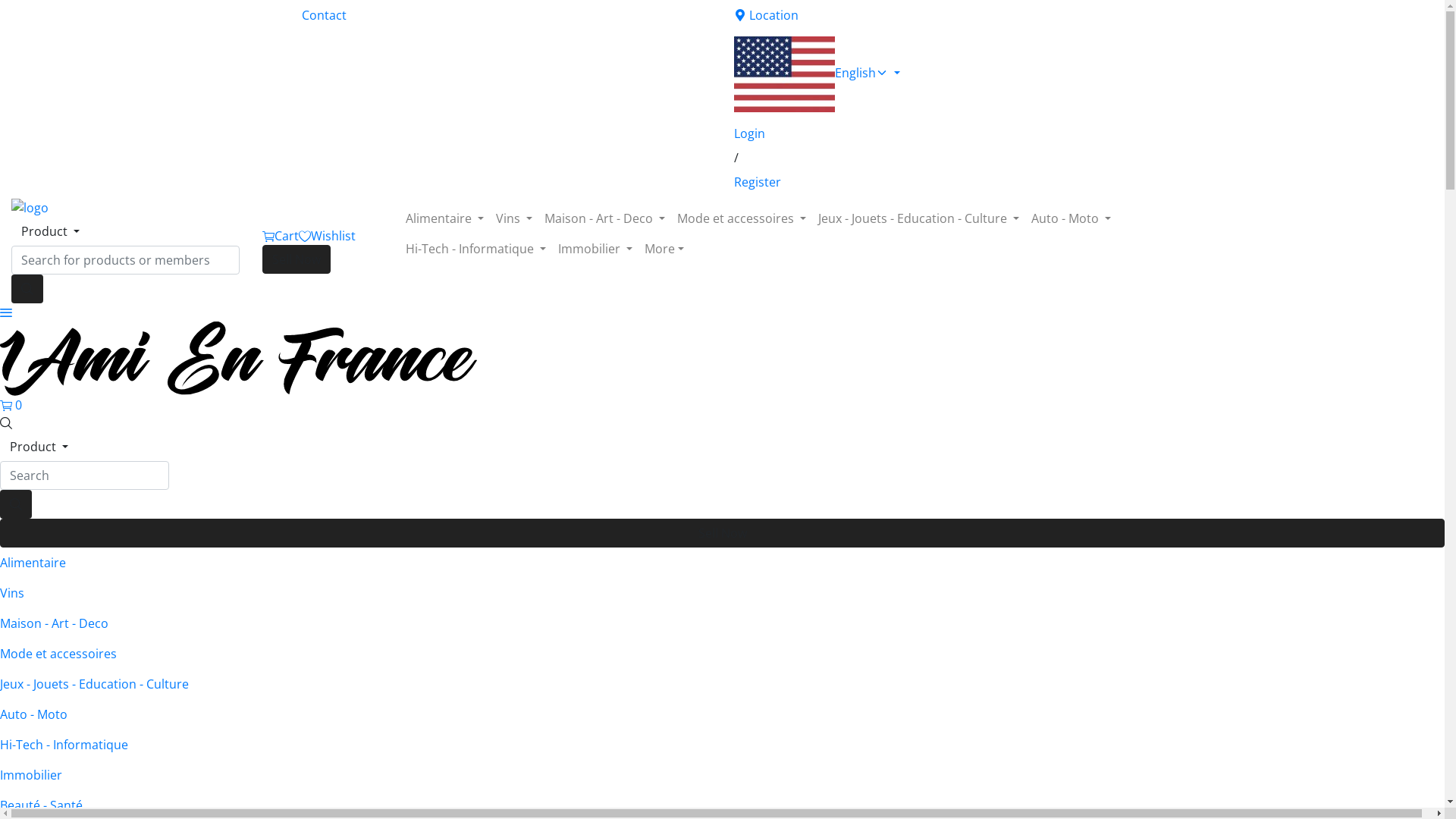 This screenshot has width=1456, height=819. What do you see at coordinates (721, 714) in the screenshot?
I see `'Auto - Moto'` at bounding box center [721, 714].